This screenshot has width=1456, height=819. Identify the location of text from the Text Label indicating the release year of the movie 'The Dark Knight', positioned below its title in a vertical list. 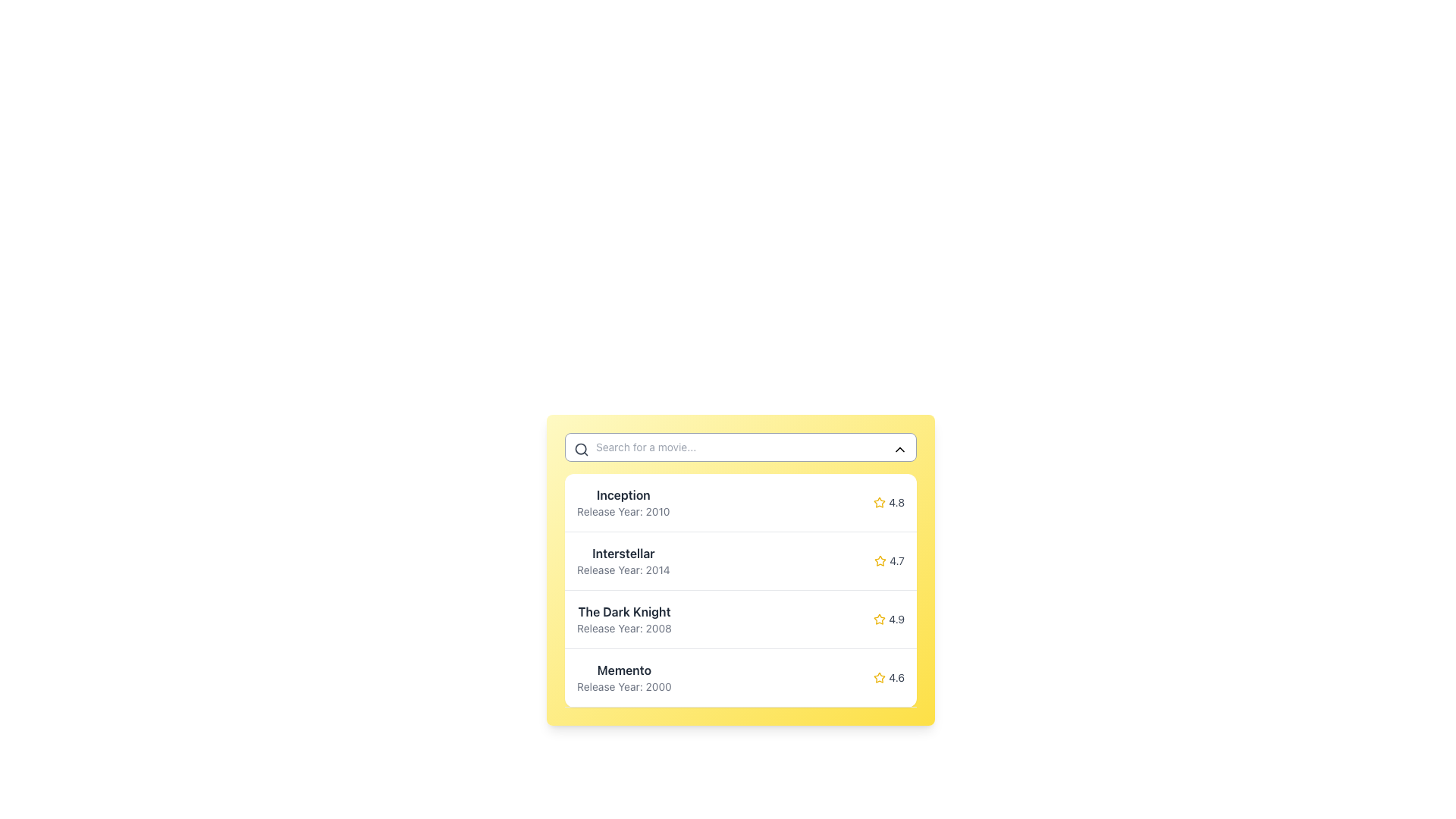
(624, 629).